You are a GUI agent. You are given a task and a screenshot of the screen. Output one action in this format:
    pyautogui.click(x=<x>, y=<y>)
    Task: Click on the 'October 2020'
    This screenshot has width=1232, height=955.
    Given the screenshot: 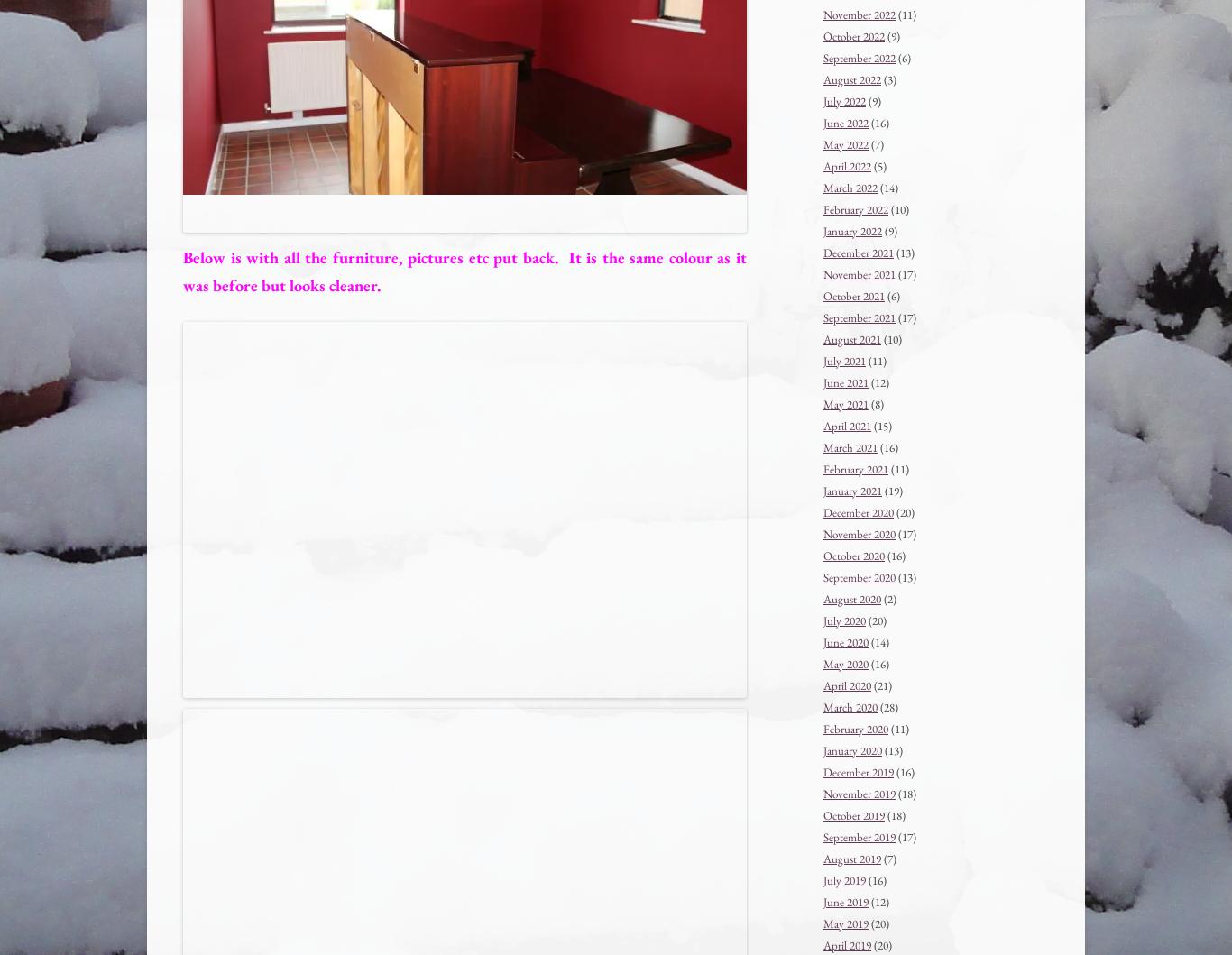 What is the action you would take?
    pyautogui.click(x=854, y=554)
    